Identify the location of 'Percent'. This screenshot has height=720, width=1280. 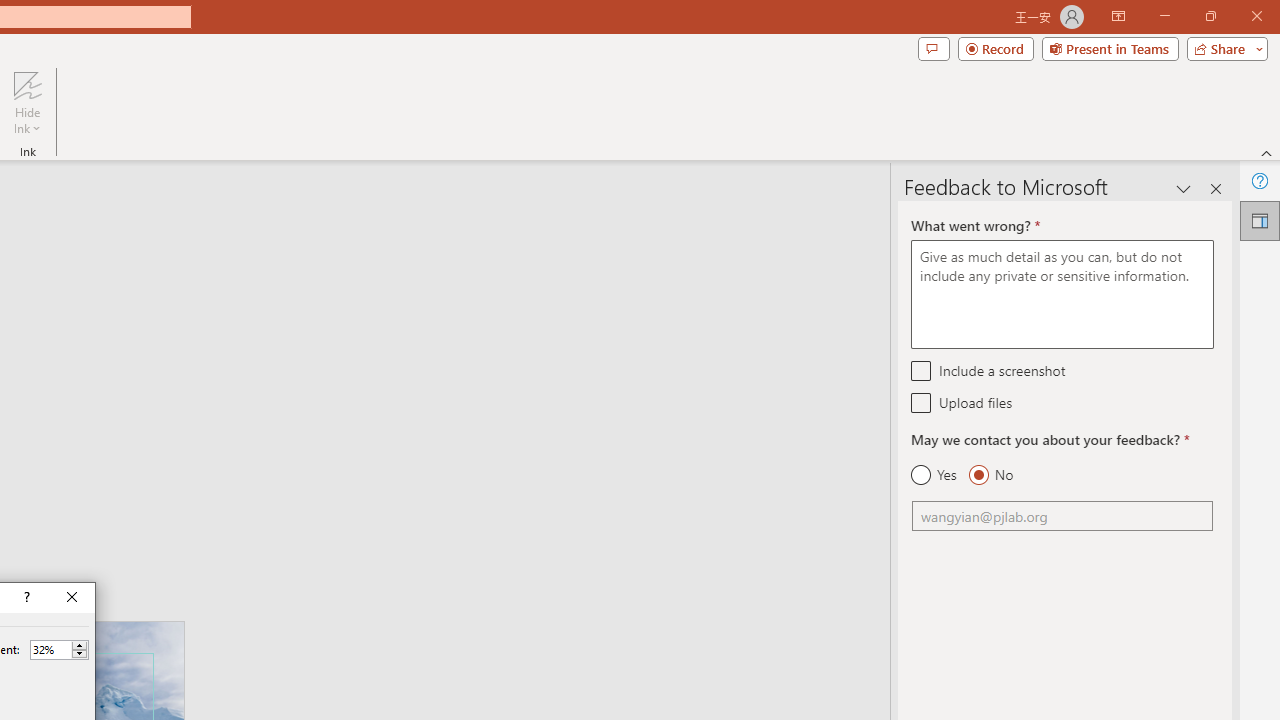
(50, 649).